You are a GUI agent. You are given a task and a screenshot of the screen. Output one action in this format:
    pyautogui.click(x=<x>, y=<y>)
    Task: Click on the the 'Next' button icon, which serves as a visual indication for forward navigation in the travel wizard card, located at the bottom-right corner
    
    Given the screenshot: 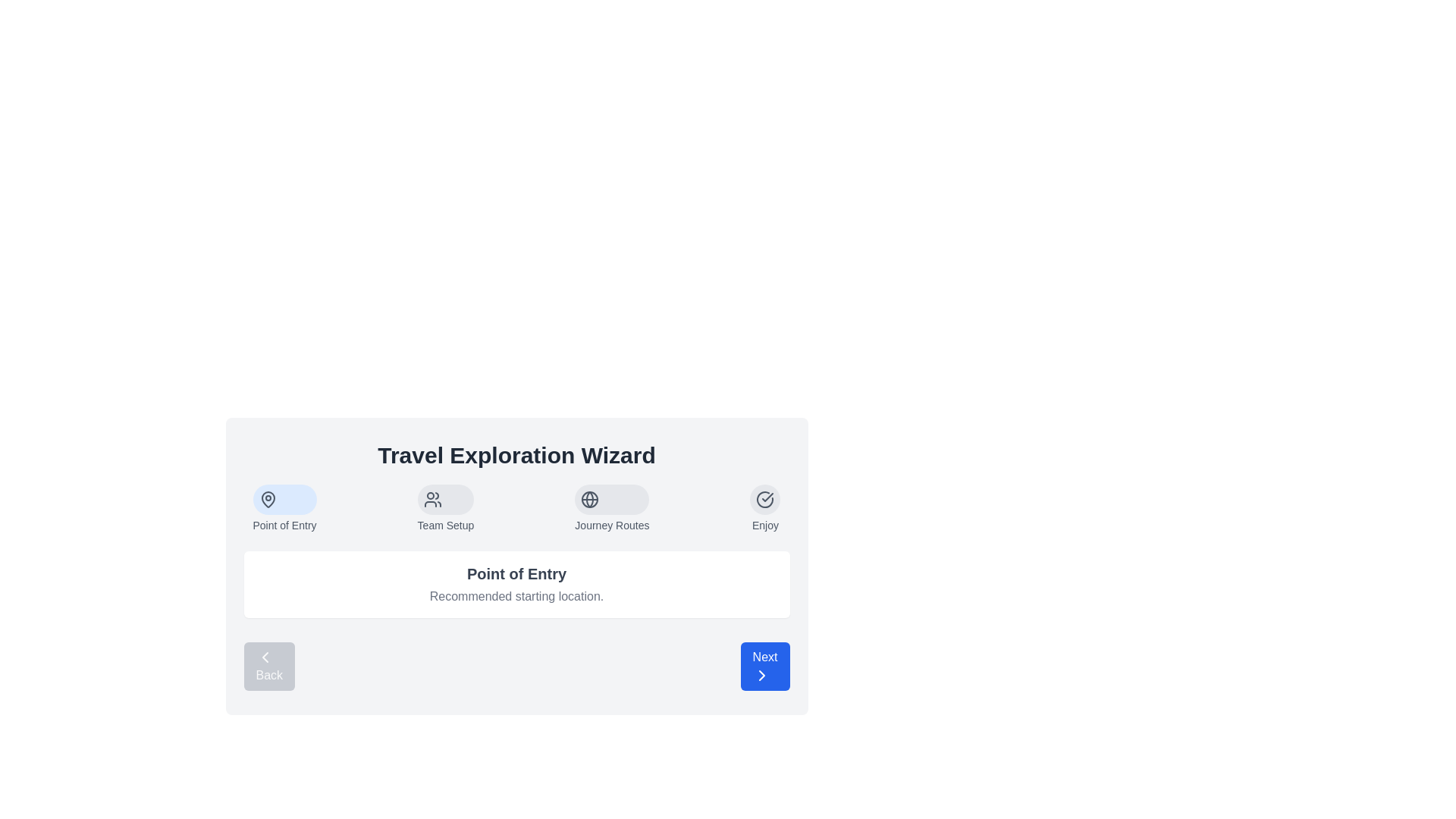 What is the action you would take?
    pyautogui.click(x=761, y=675)
    